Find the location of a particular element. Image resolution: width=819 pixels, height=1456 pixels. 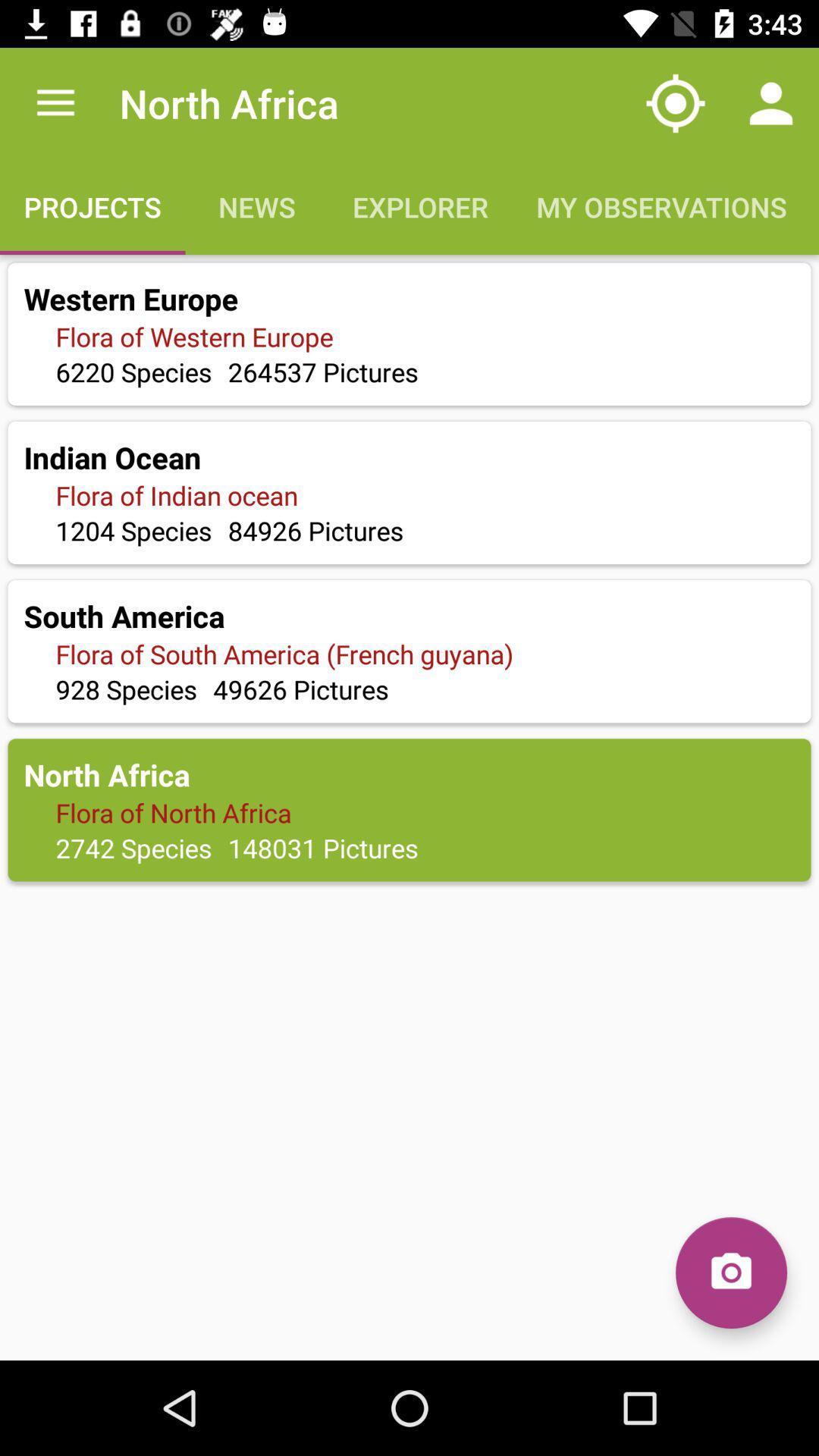

the photo icon is located at coordinates (730, 1272).